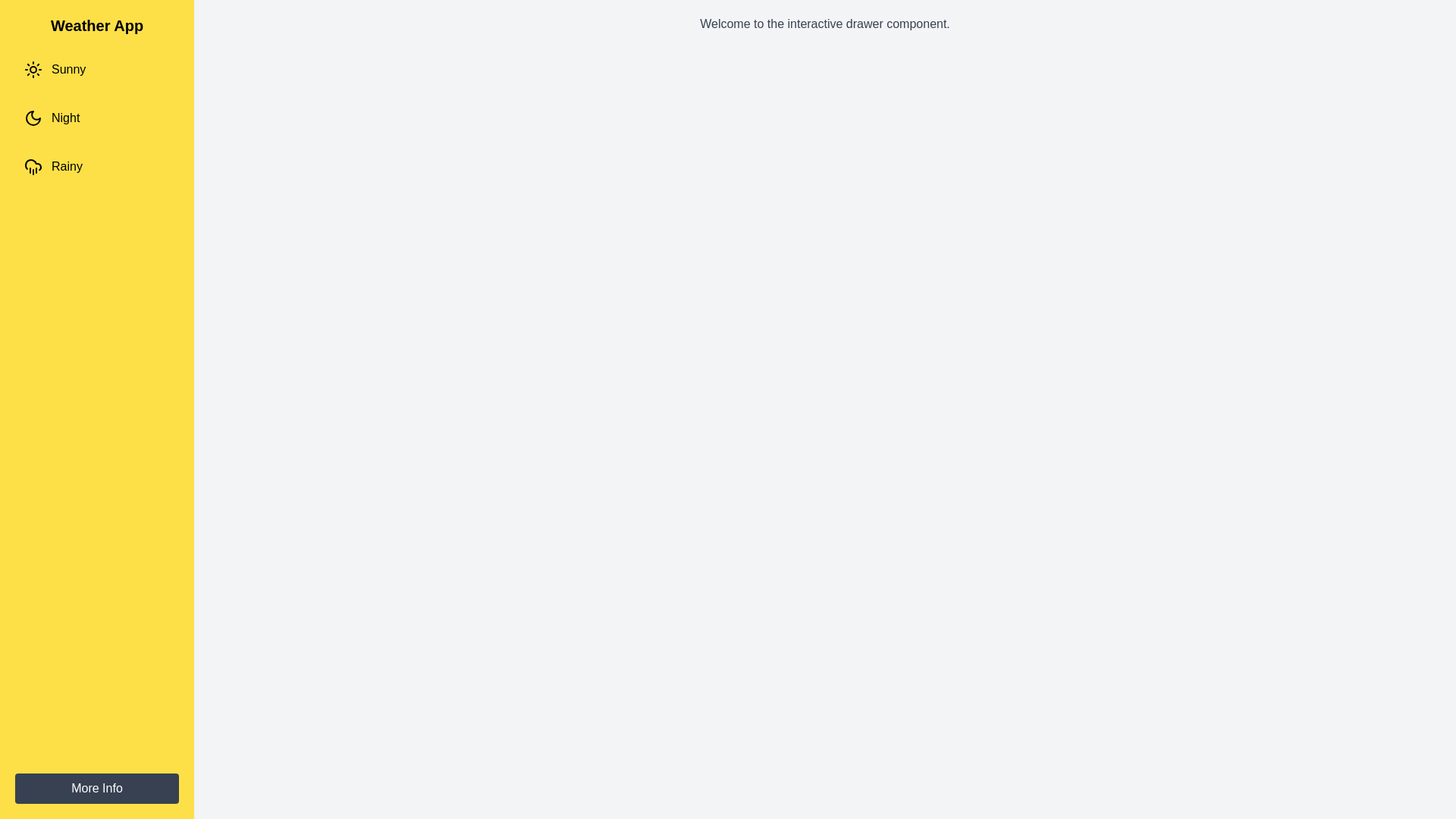 This screenshot has width=1456, height=819. Describe the element at coordinates (33, 117) in the screenshot. I see `the moon-shaped icon with a crescent design located second among the weather options in the left sidebar` at that location.